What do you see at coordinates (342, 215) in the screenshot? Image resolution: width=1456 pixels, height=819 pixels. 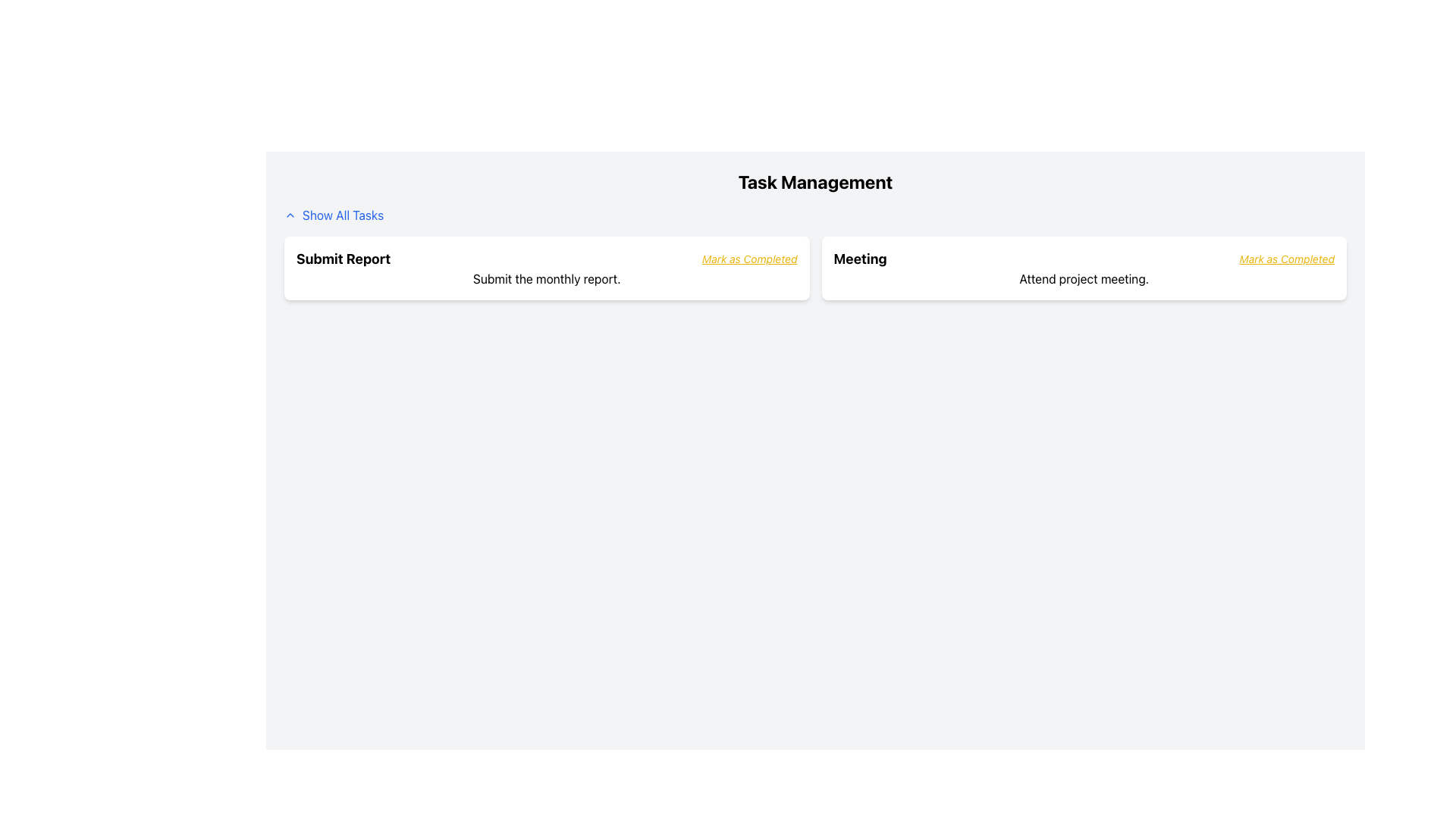 I see `the blue-colored text label displaying 'Show All Tasks'` at bounding box center [342, 215].